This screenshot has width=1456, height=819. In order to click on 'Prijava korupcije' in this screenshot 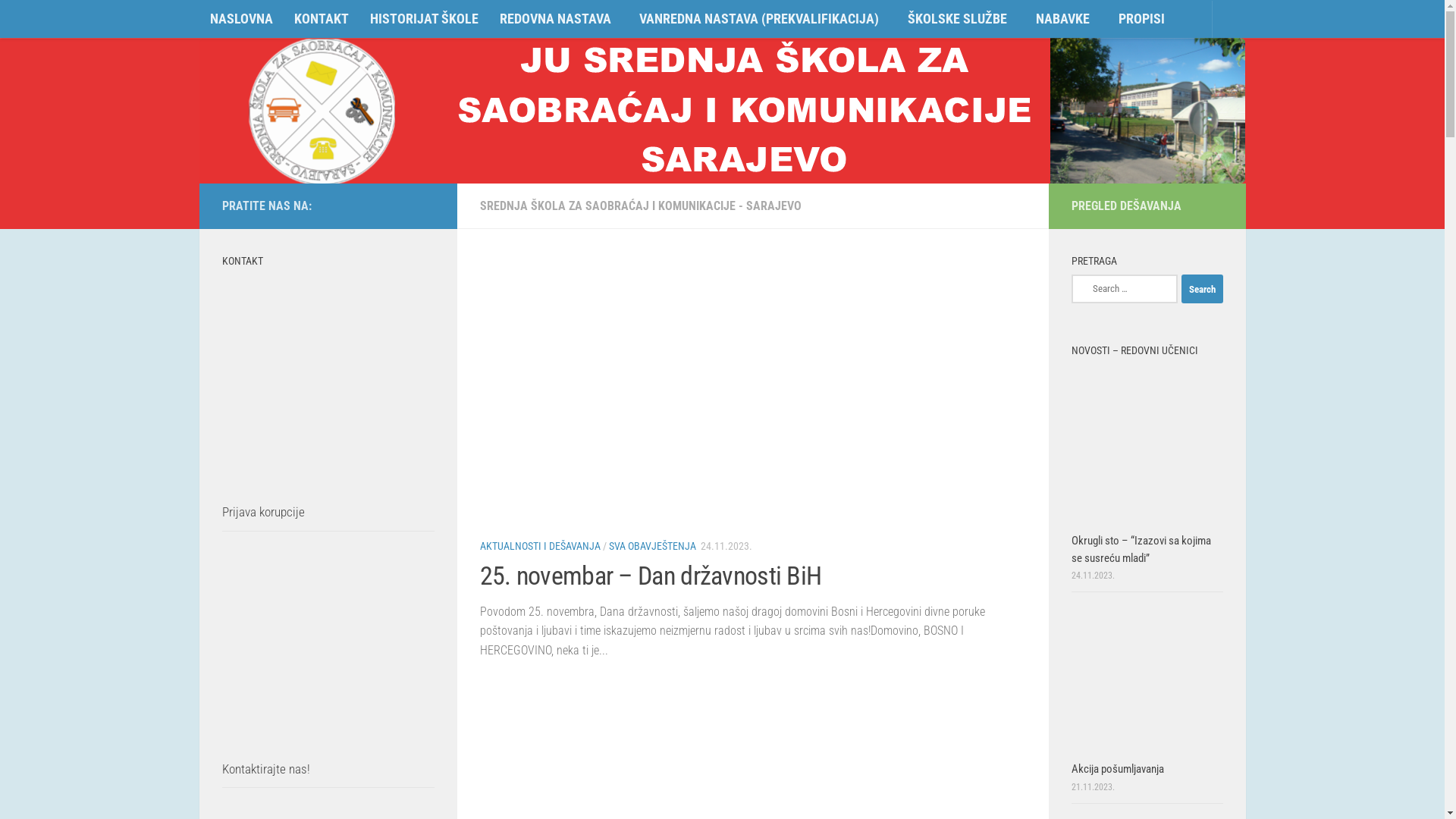, I will do `click(221, 512)`.